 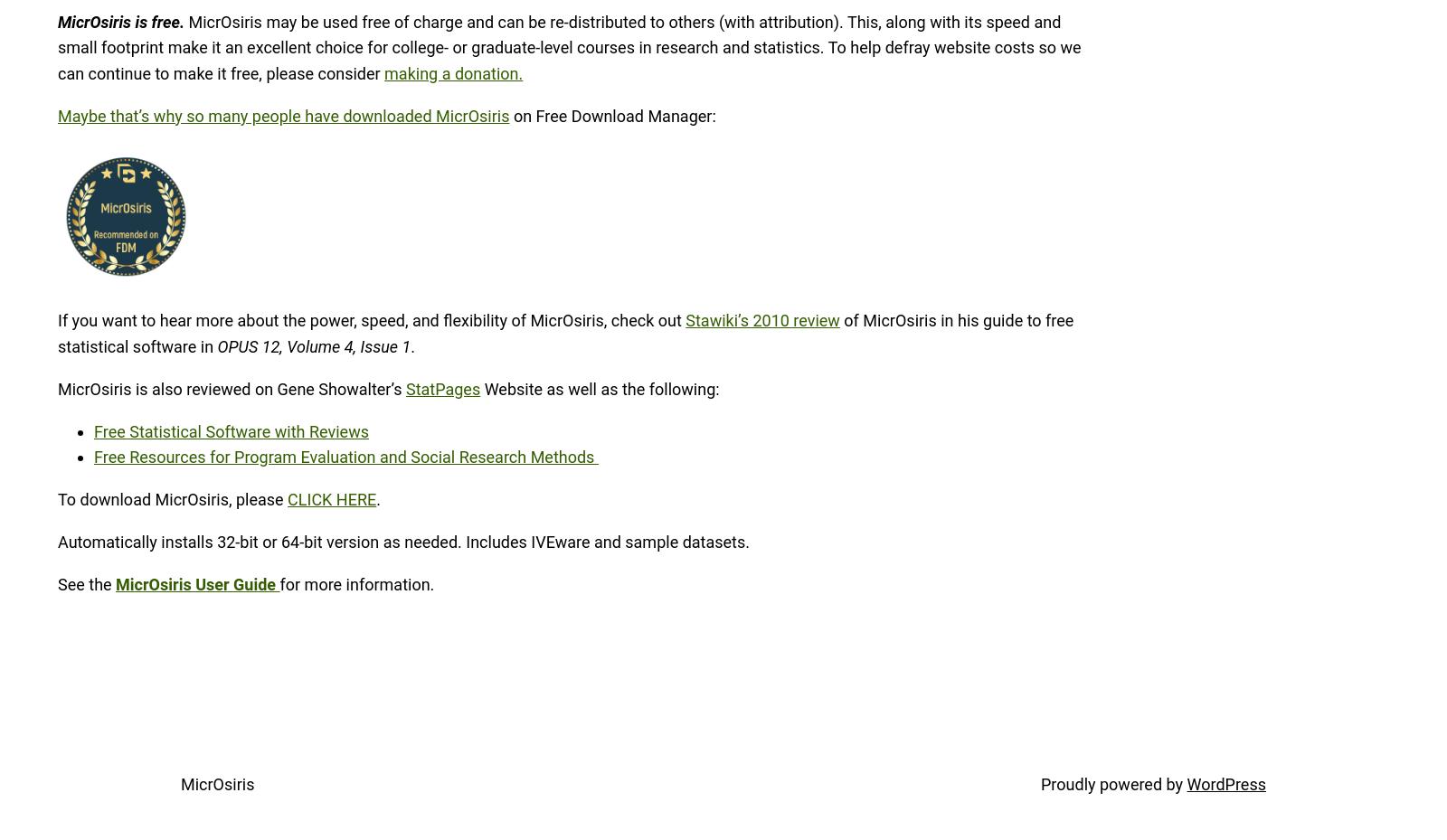 I want to click on 'MicrOsiris', so click(x=217, y=784).